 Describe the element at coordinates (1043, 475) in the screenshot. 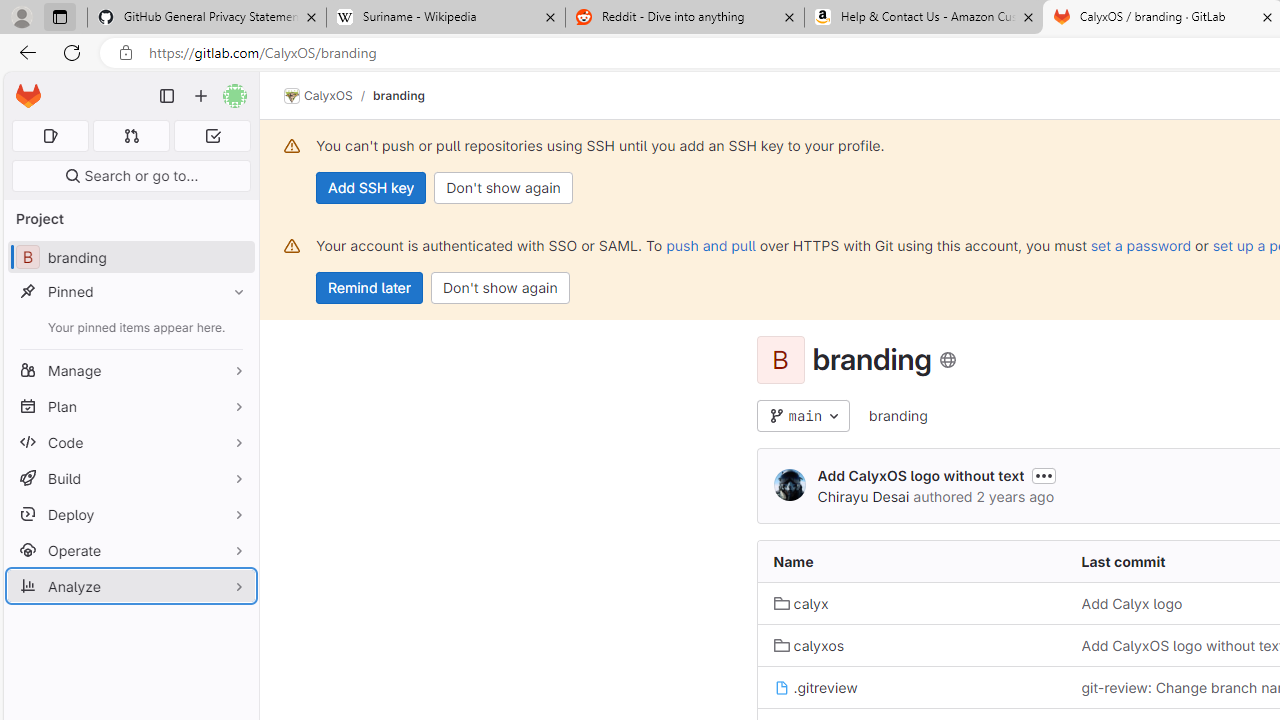

I see `'Toggle commit description'` at that location.